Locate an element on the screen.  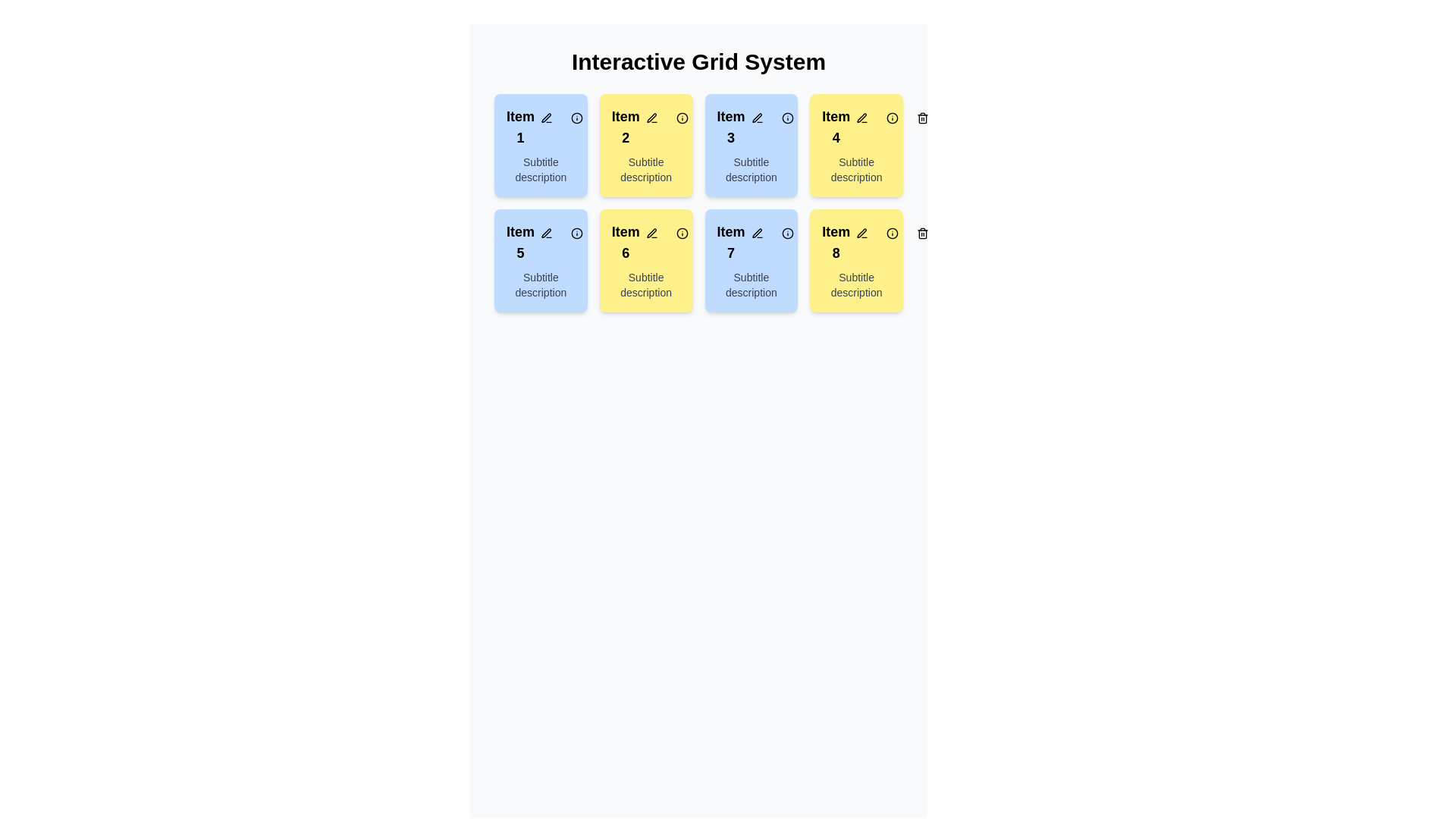
the information icon button located in the second item card of the second row in the grid is located at coordinates (681, 117).